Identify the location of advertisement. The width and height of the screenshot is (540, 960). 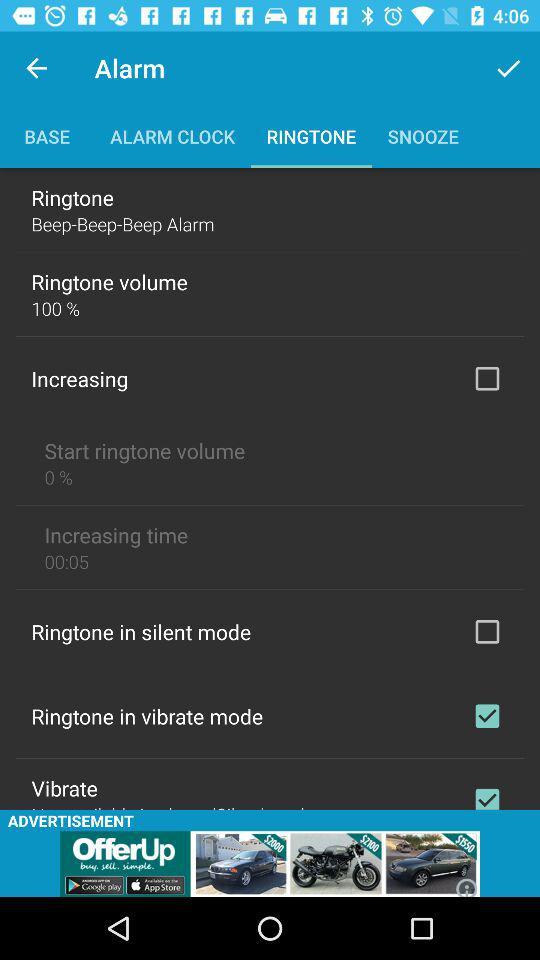
(270, 863).